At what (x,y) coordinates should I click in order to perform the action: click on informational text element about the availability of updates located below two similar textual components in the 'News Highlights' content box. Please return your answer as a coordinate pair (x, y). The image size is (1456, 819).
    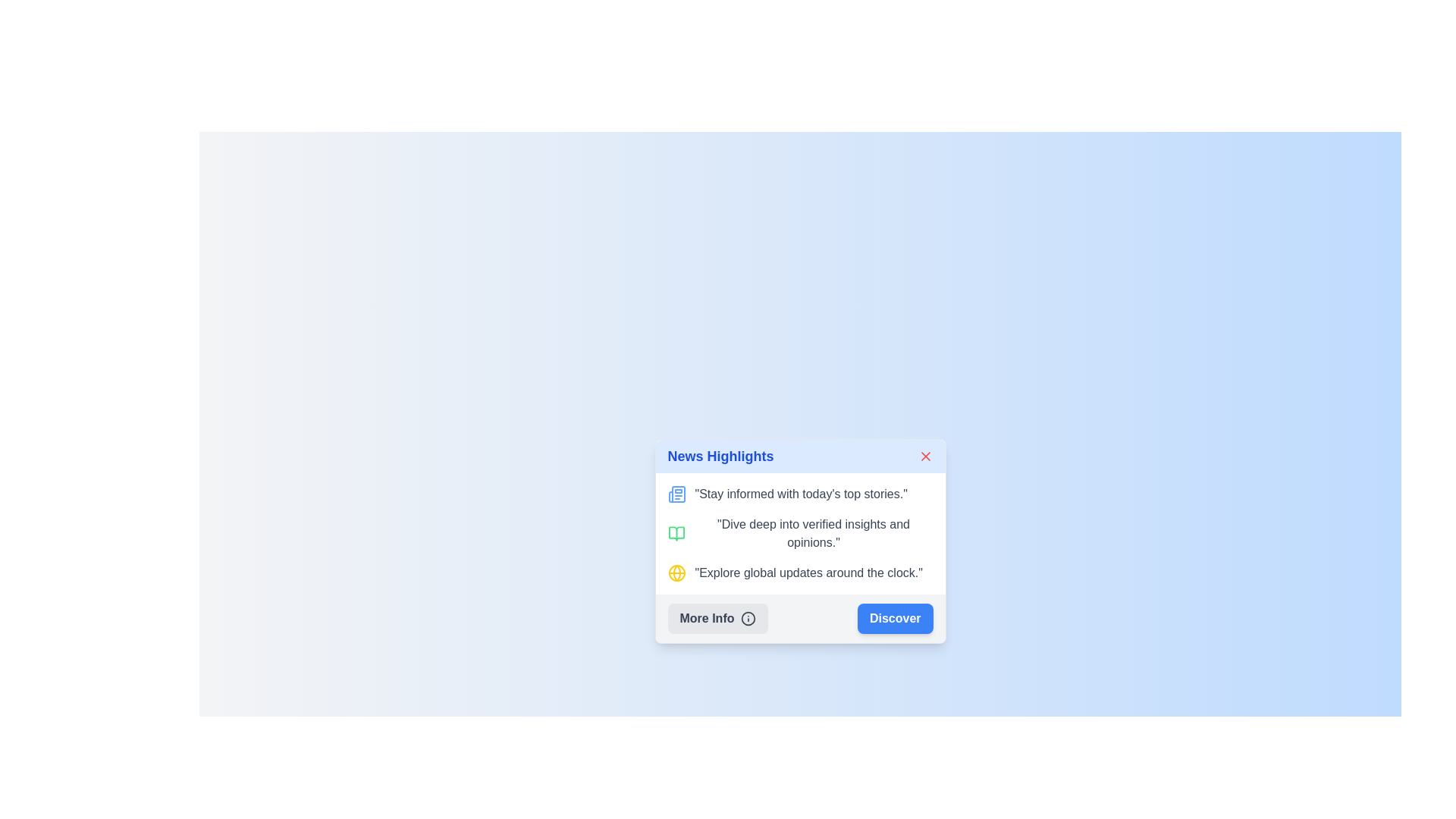
    Looking at the image, I should click on (808, 573).